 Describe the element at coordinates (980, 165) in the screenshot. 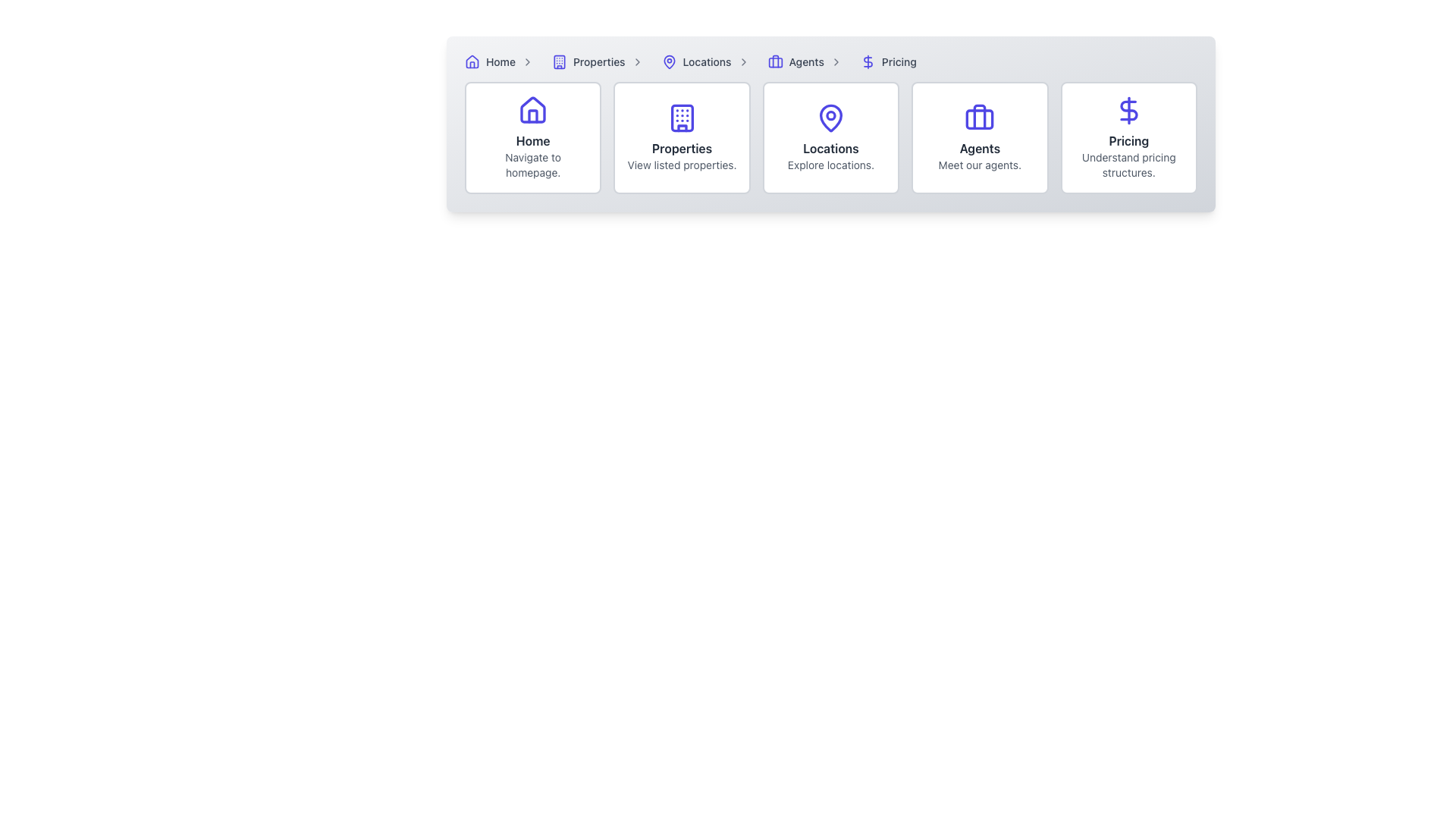

I see `the text label providing additional information related to 'Agents', located at the bottom section of the 'Agents' card` at that location.